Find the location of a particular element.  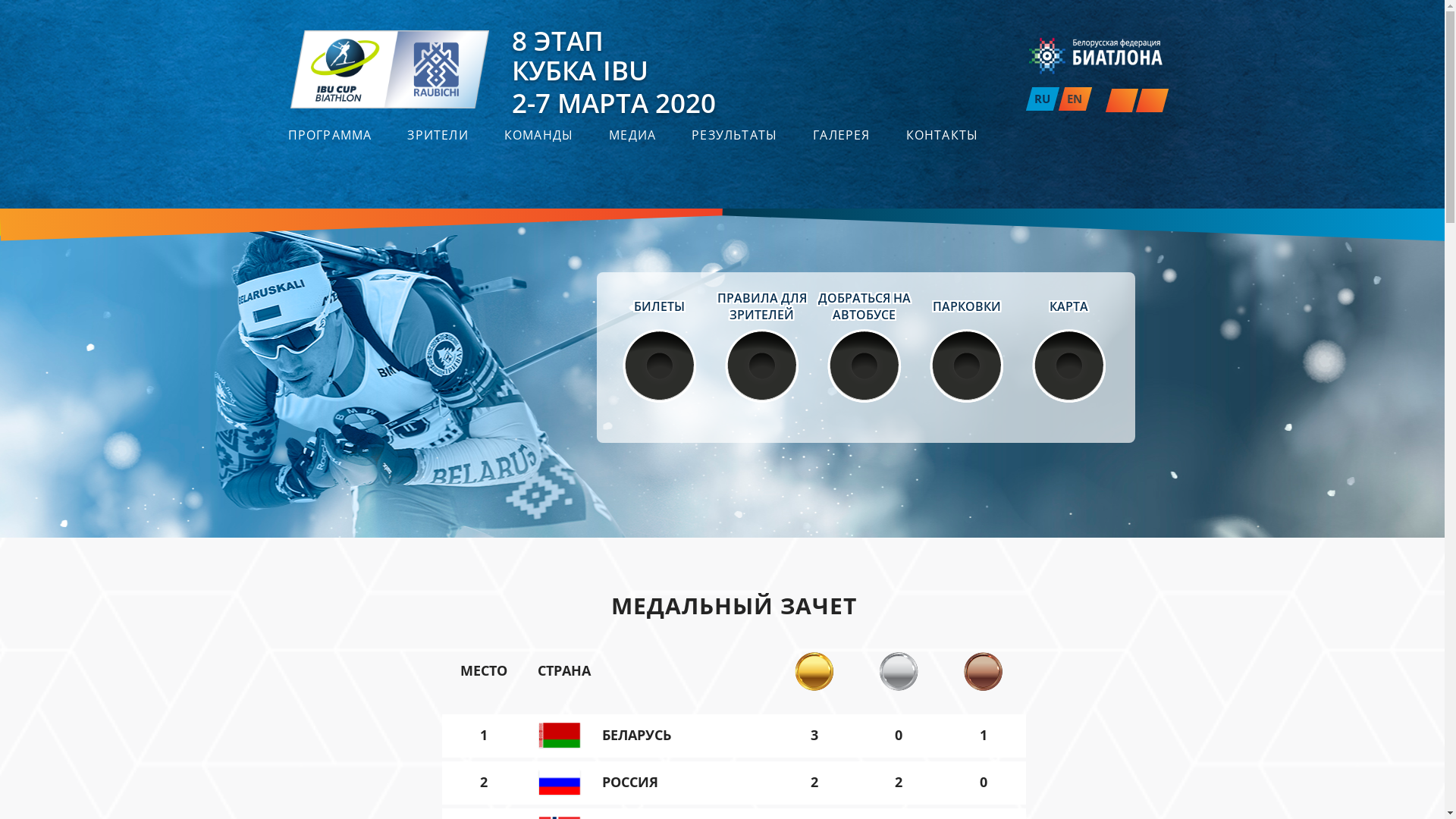

'instagram' is located at coordinates (1119, 99).